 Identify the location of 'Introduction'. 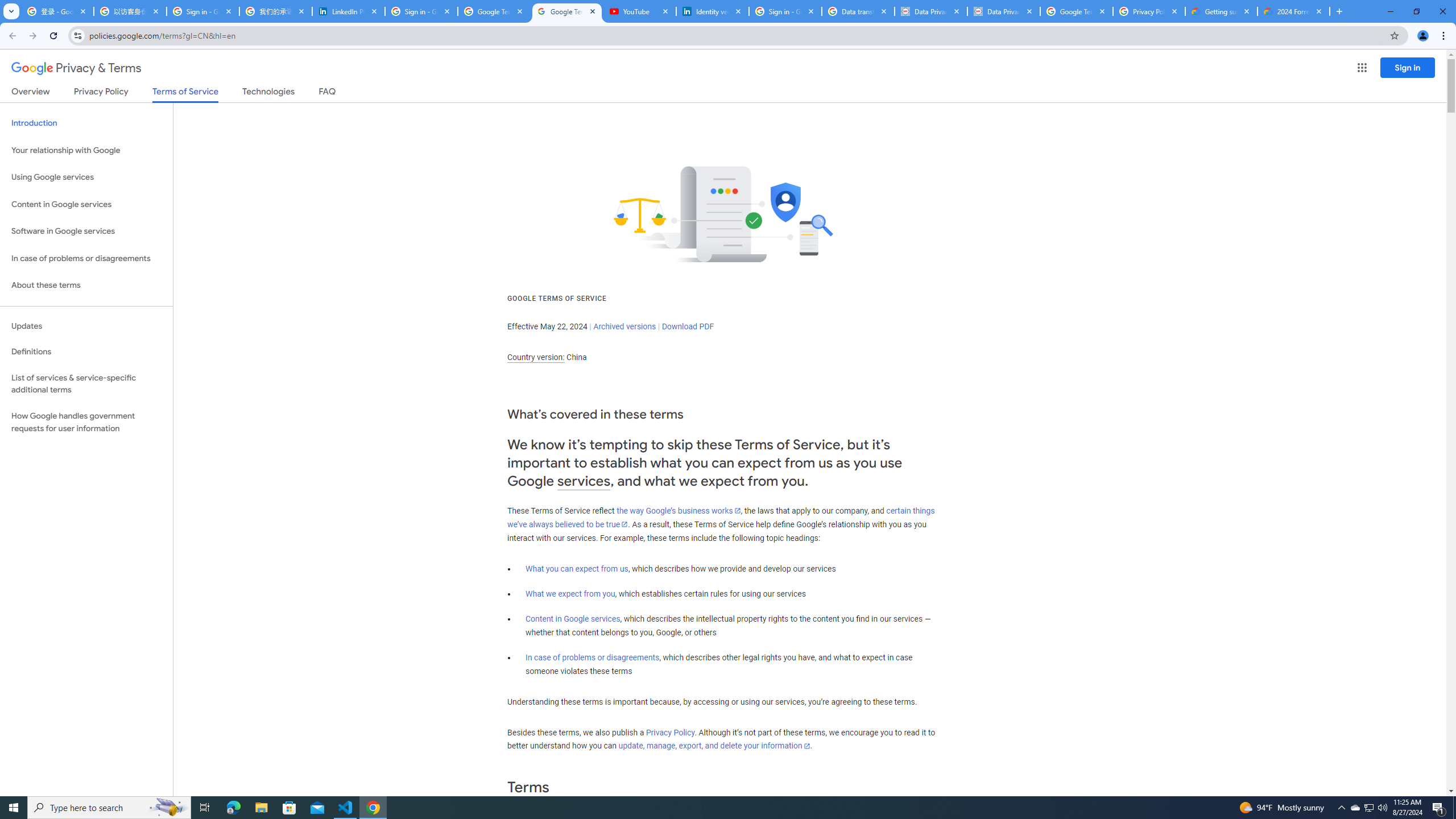
(86, 122).